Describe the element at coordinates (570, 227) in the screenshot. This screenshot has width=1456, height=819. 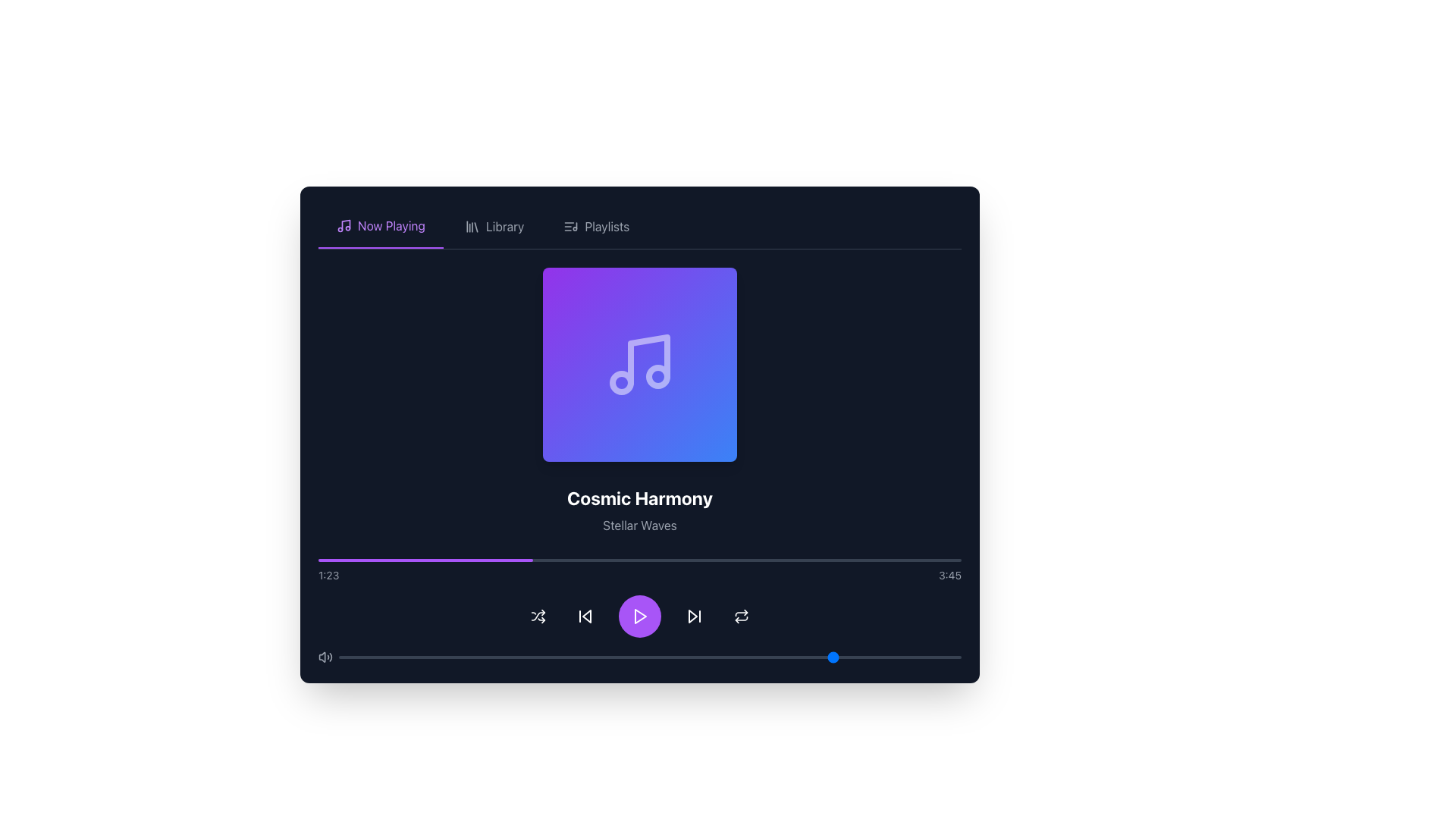
I see `the playlist icon, which is a thin outlined icon suggesting a playlist feature, located to the left of the 'Playlists' text in the horizontal navigation bar` at that location.